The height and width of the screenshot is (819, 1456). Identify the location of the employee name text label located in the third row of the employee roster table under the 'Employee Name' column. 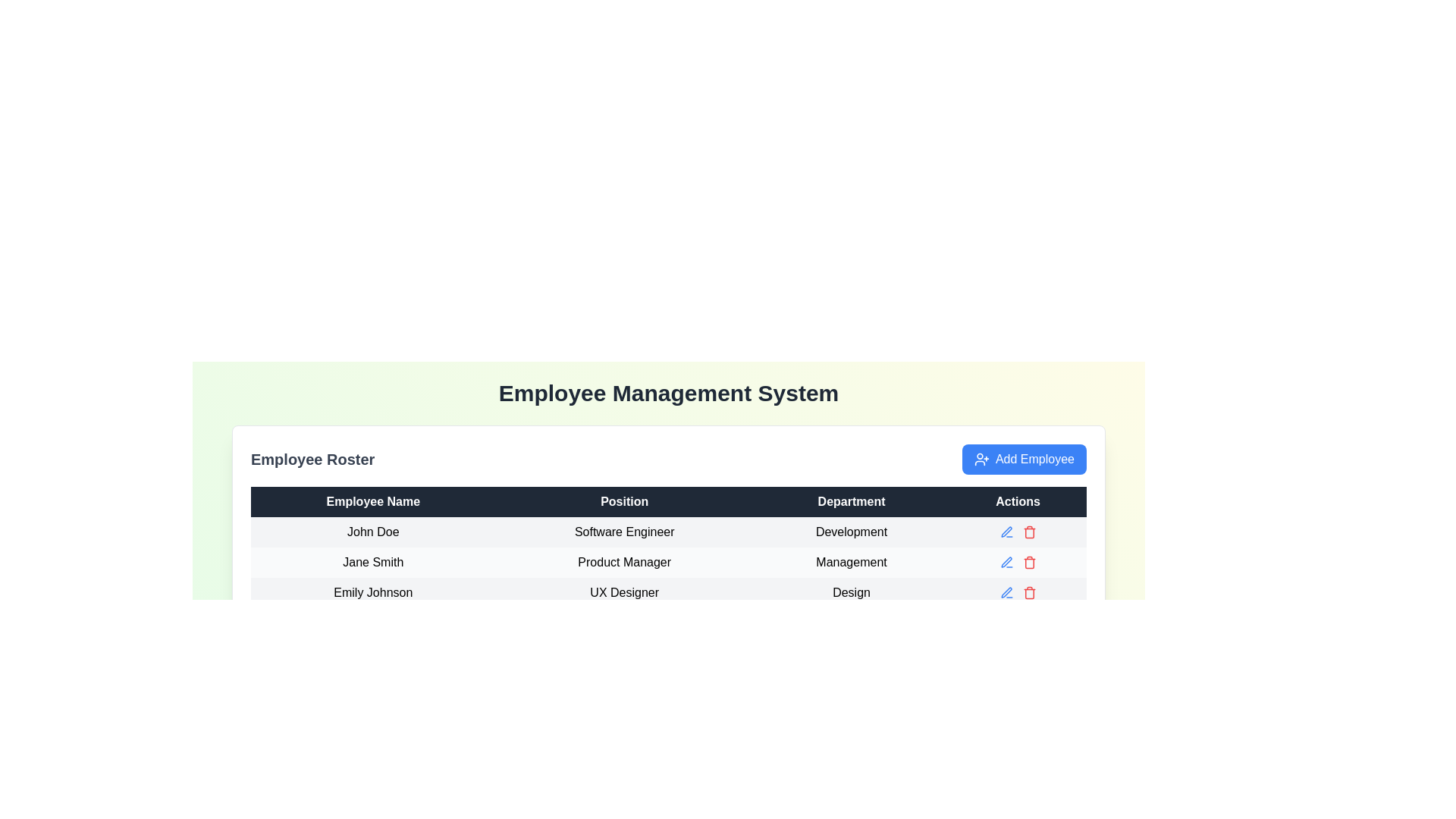
(373, 592).